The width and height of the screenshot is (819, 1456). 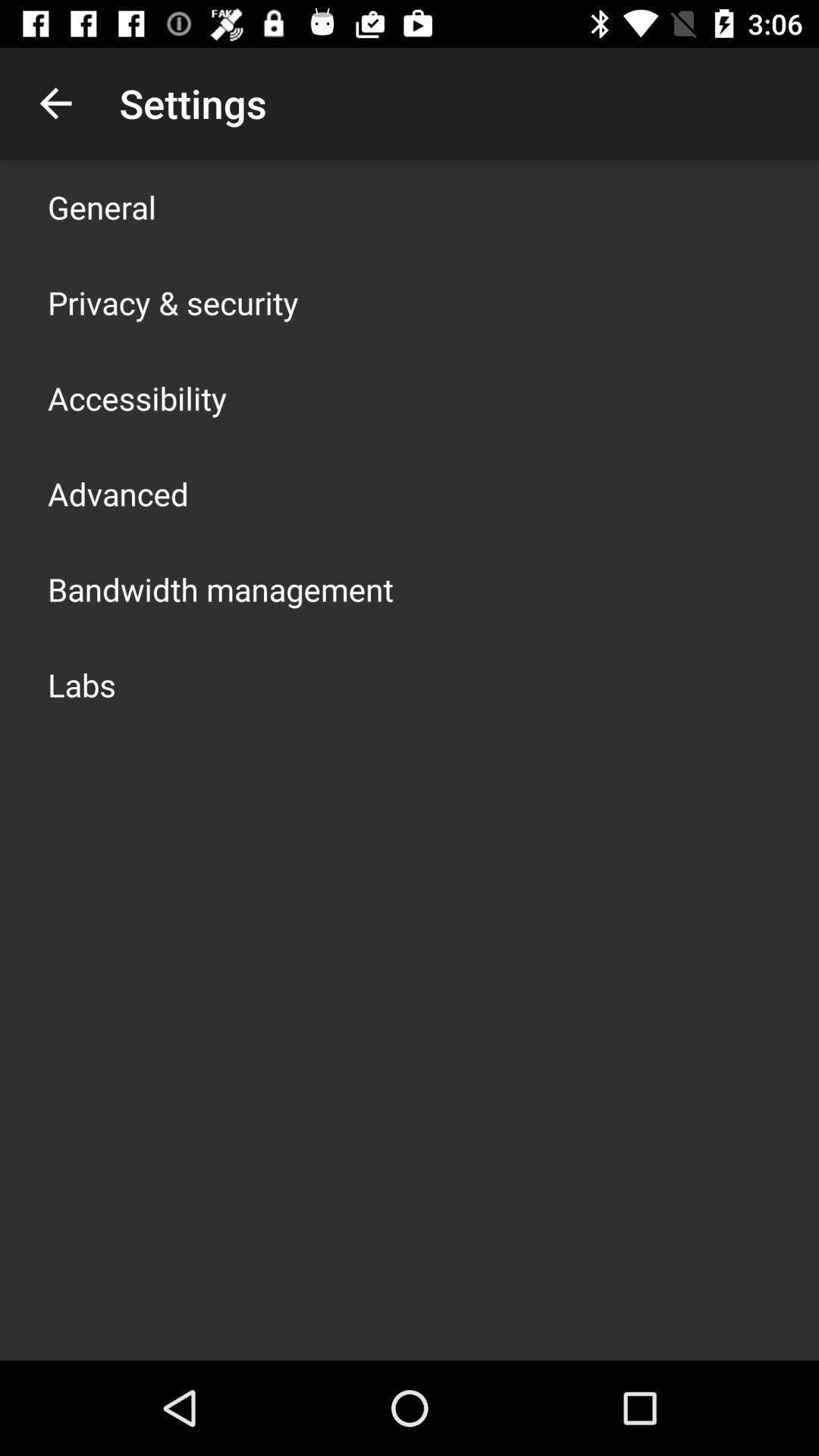 What do you see at coordinates (220, 588) in the screenshot?
I see `the item below advanced item` at bounding box center [220, 588].